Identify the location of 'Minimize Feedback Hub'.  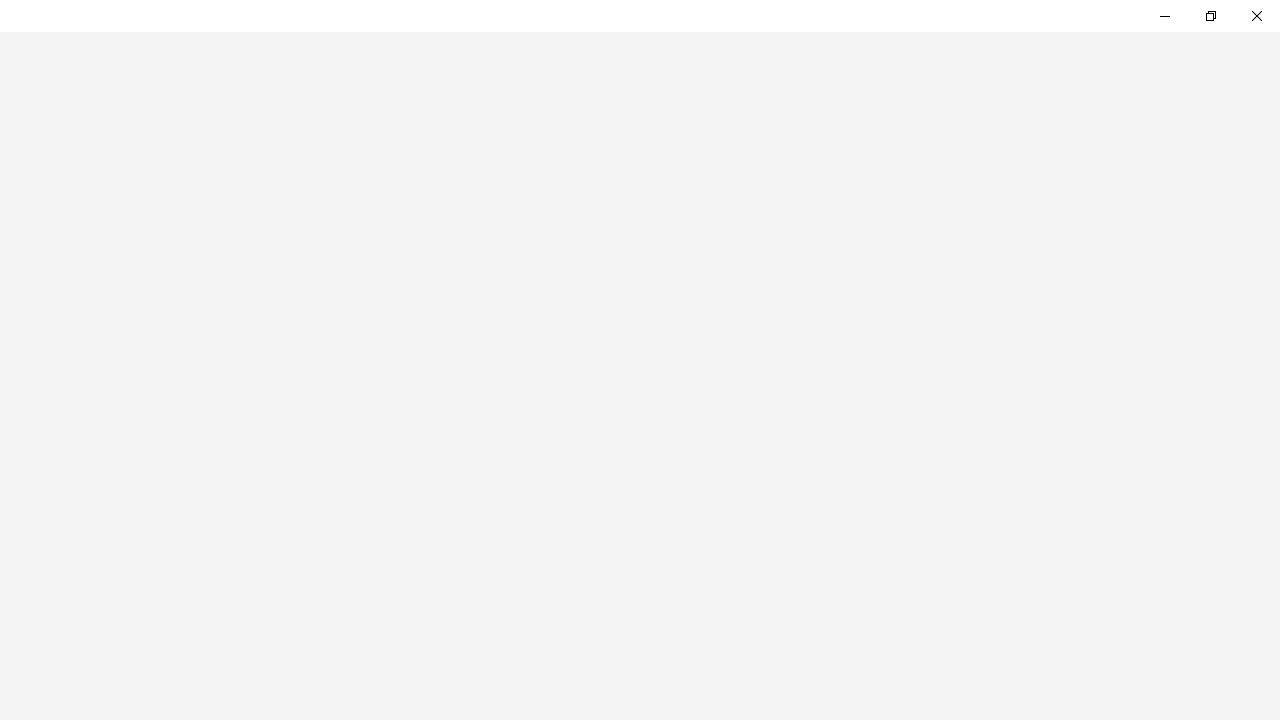
(1164, 15).